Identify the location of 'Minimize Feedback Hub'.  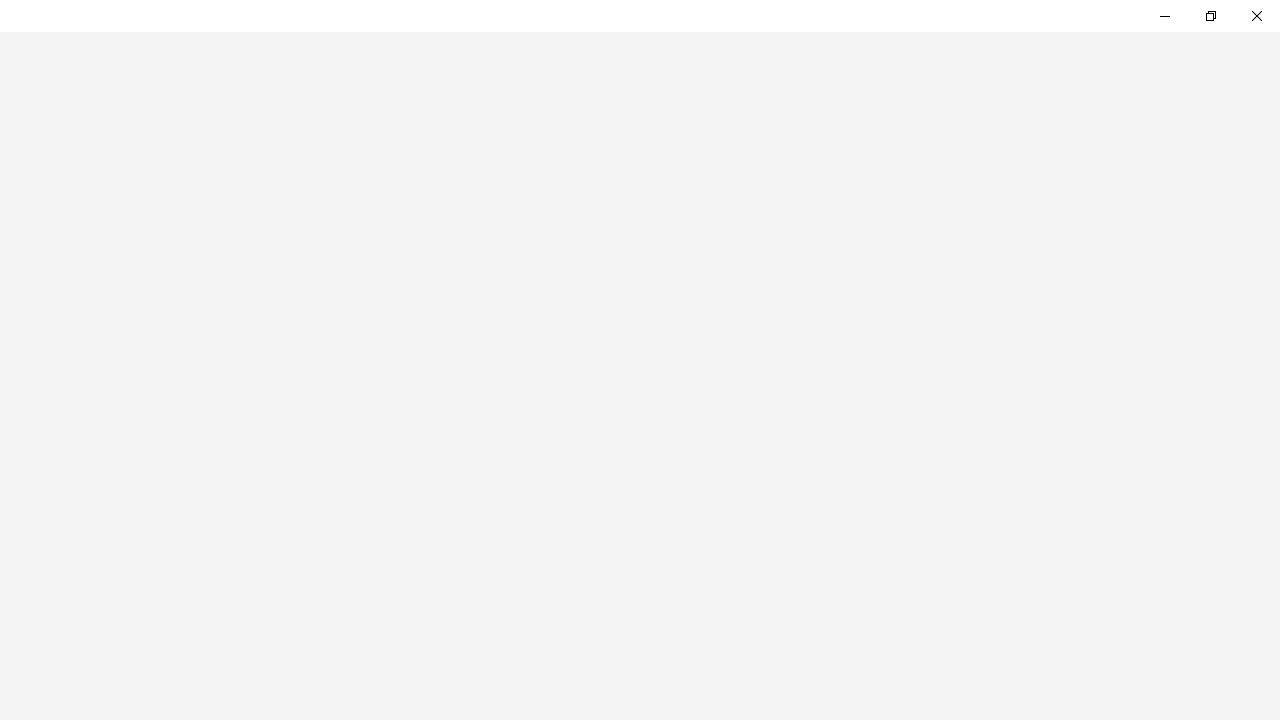
(1164, 15).